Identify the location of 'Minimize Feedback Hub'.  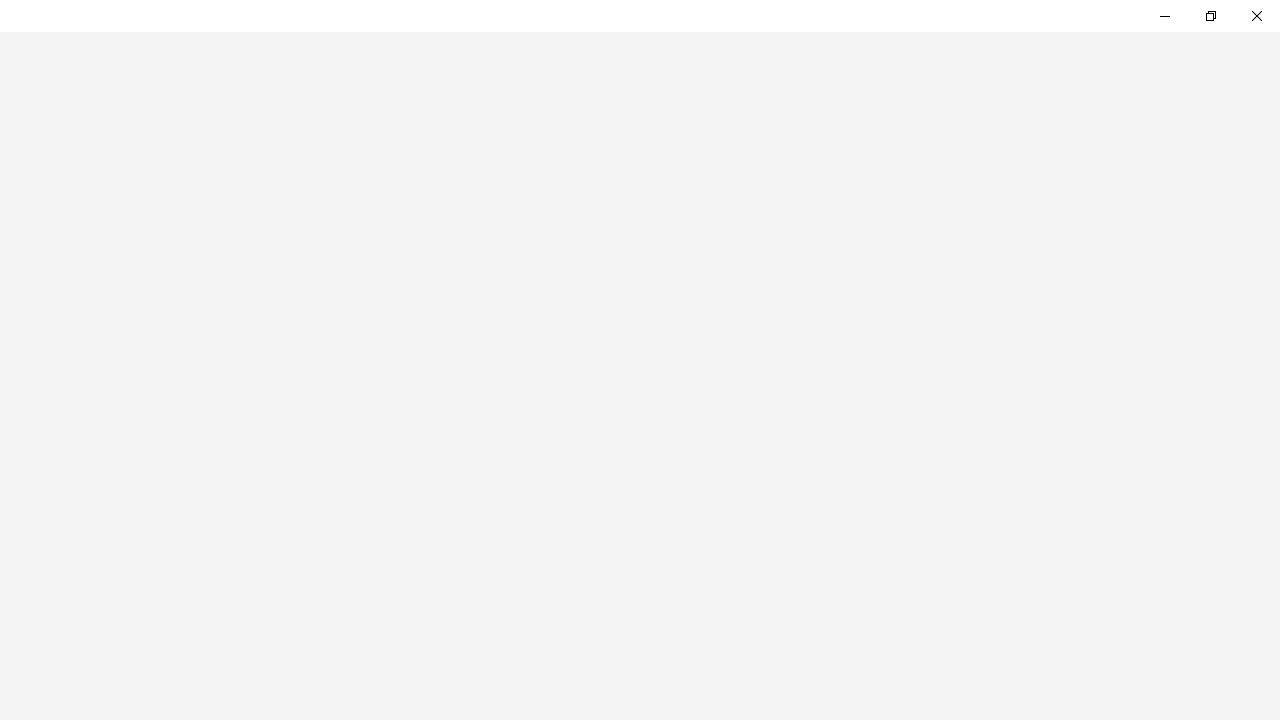
(1164, 15).